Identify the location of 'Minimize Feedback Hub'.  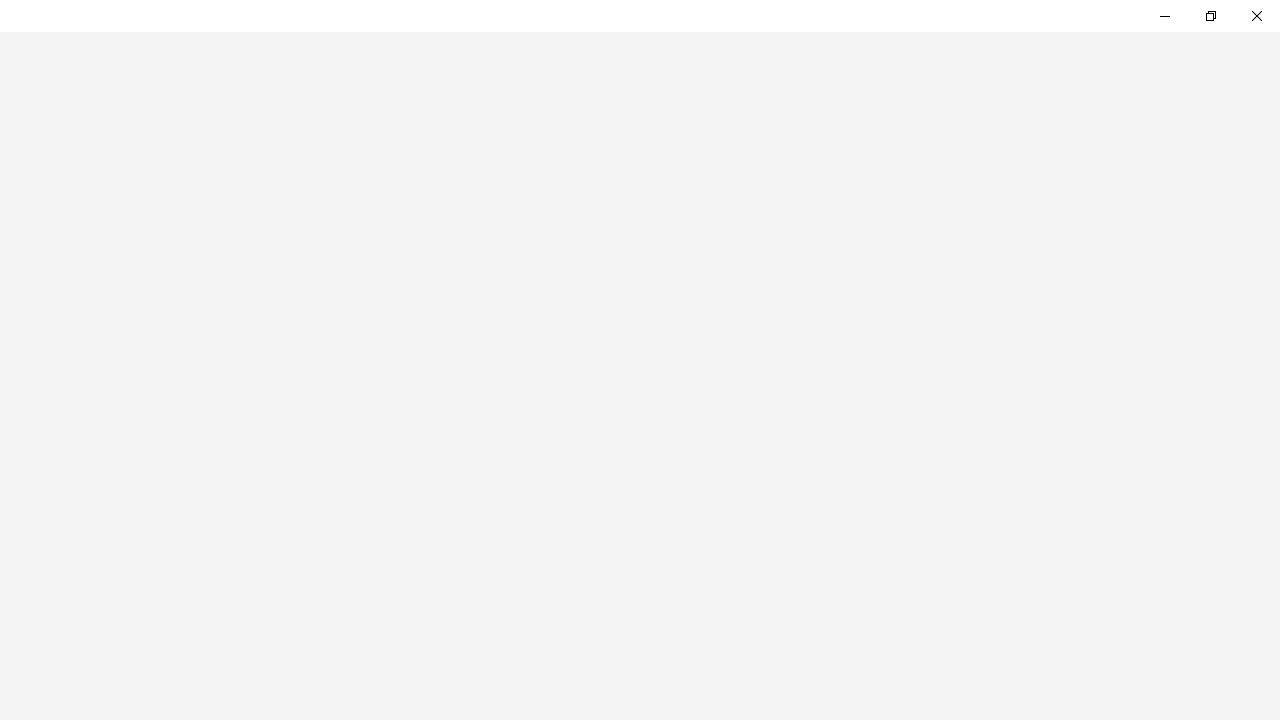
(1164, 15).